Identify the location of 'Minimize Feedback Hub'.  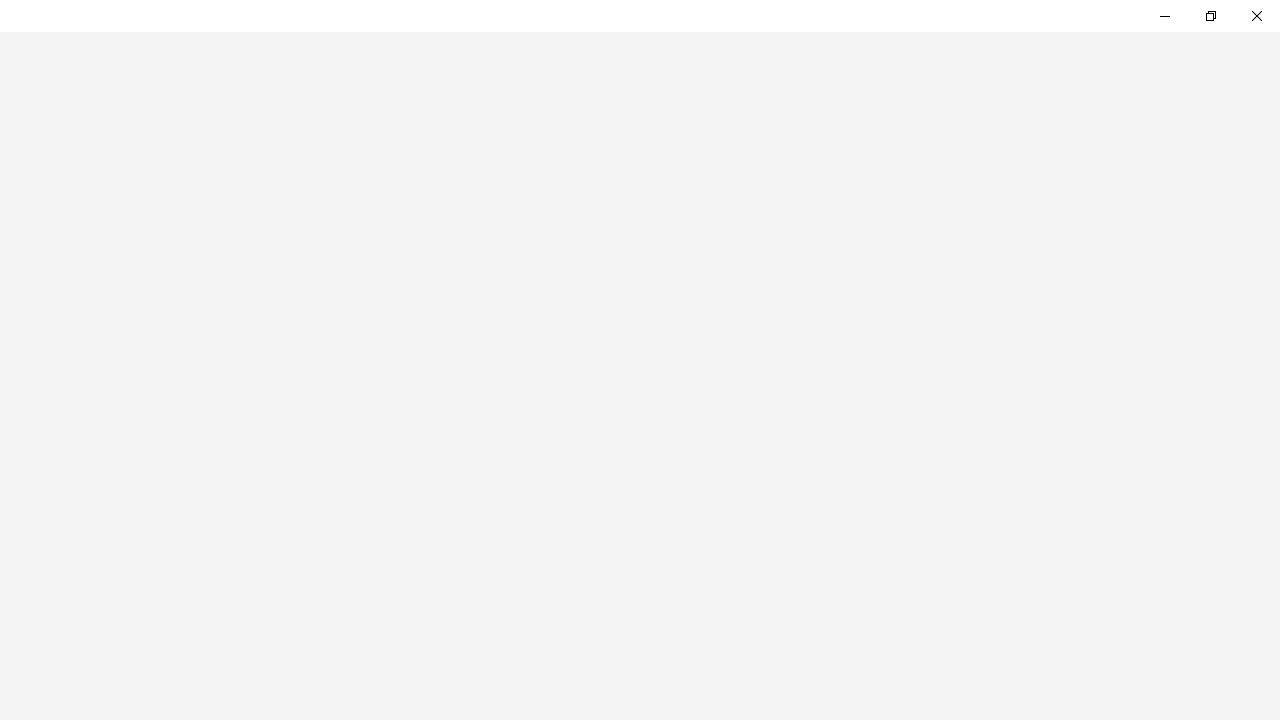
(1164, 15).